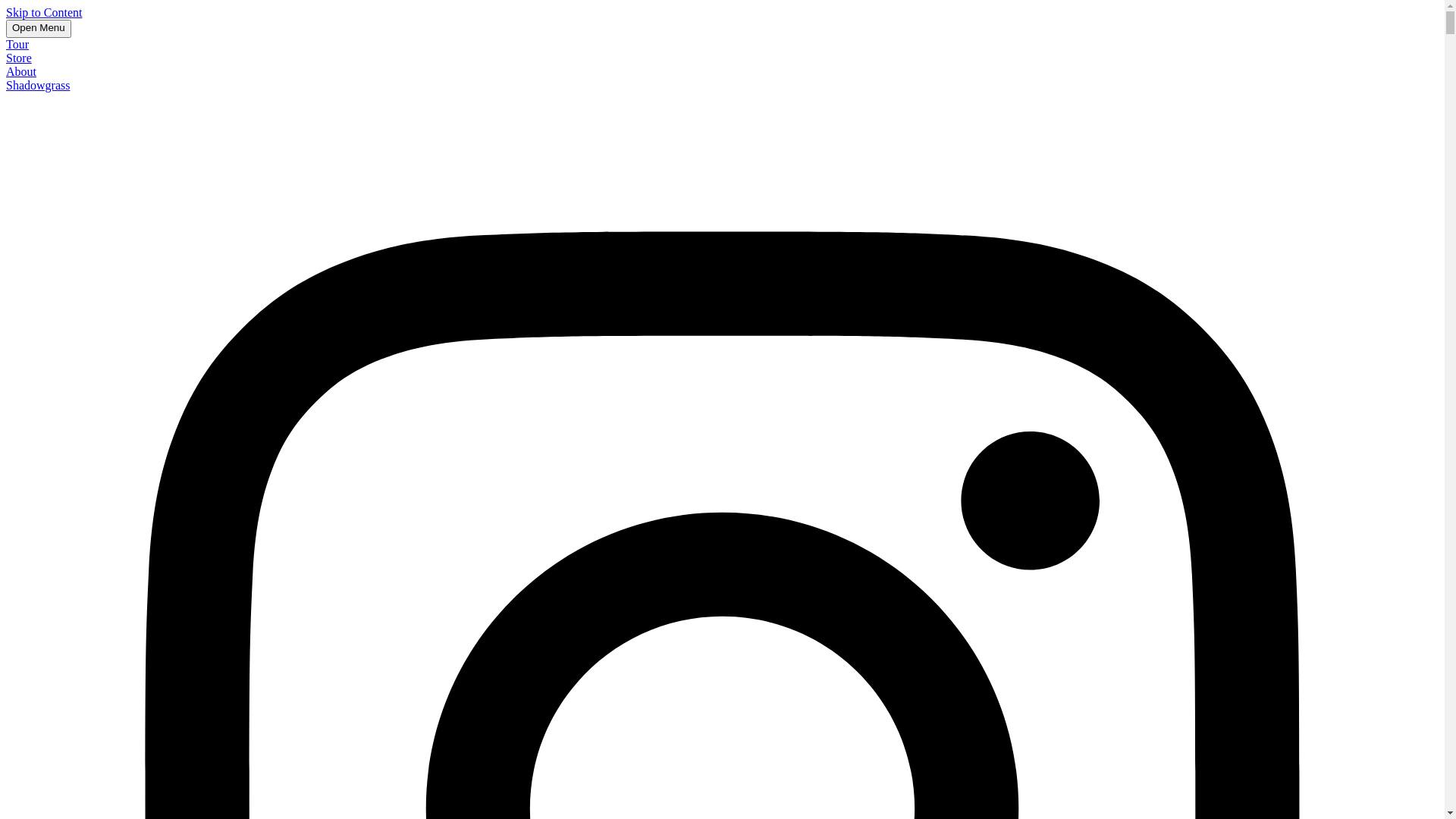 Image resolution: width=1456 pixels, height=819 pixels. Describe the element at coordinates (6, 57) in the screenshot. I see `'Store'` at that location.